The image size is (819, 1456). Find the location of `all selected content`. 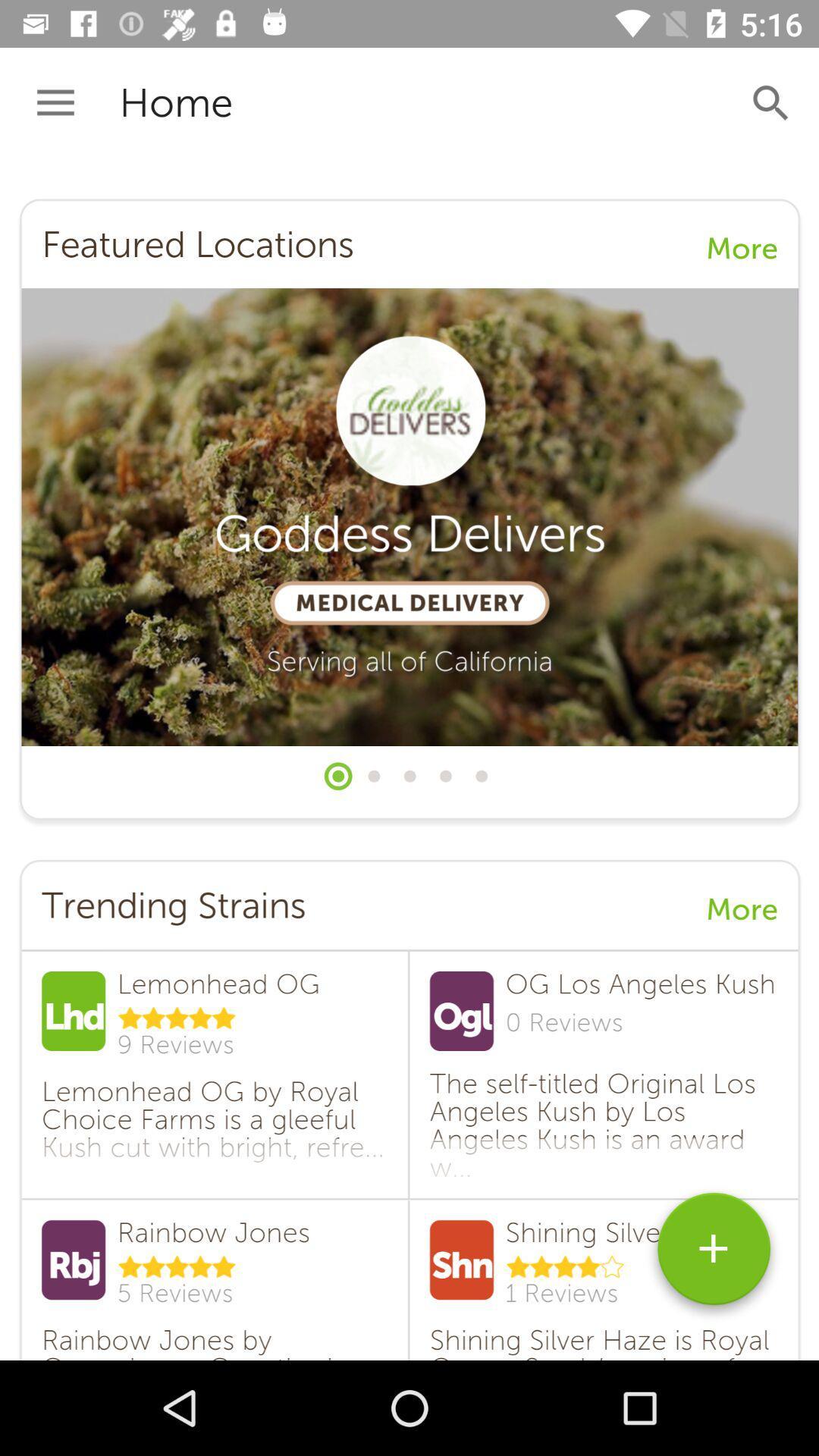

all selected content is located at coordinates (409, 760).